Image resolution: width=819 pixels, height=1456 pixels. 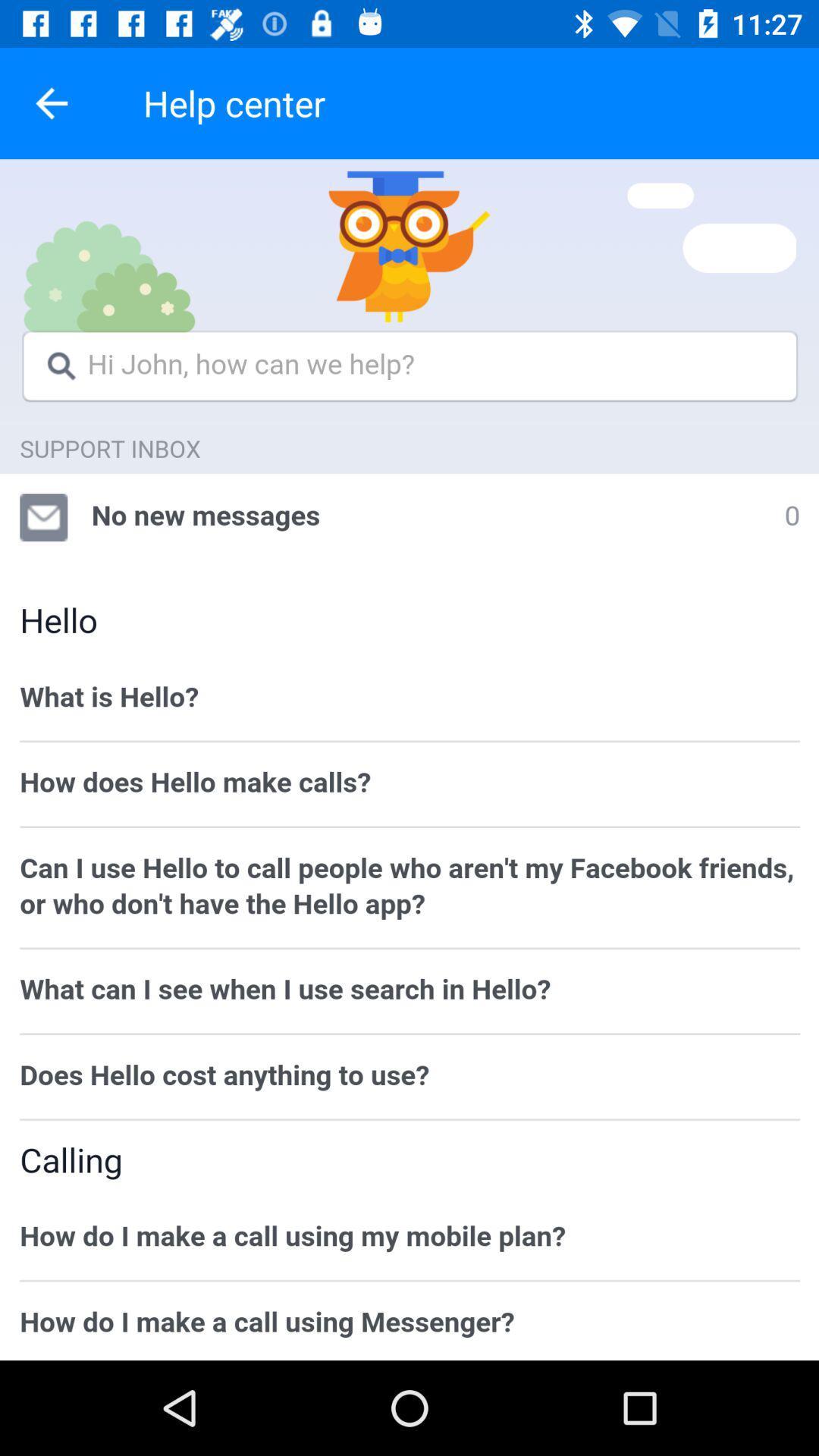 What do you see at coordinates (409, 760) in the screenshot?
I see `read message` at bounding box center [409, 760].